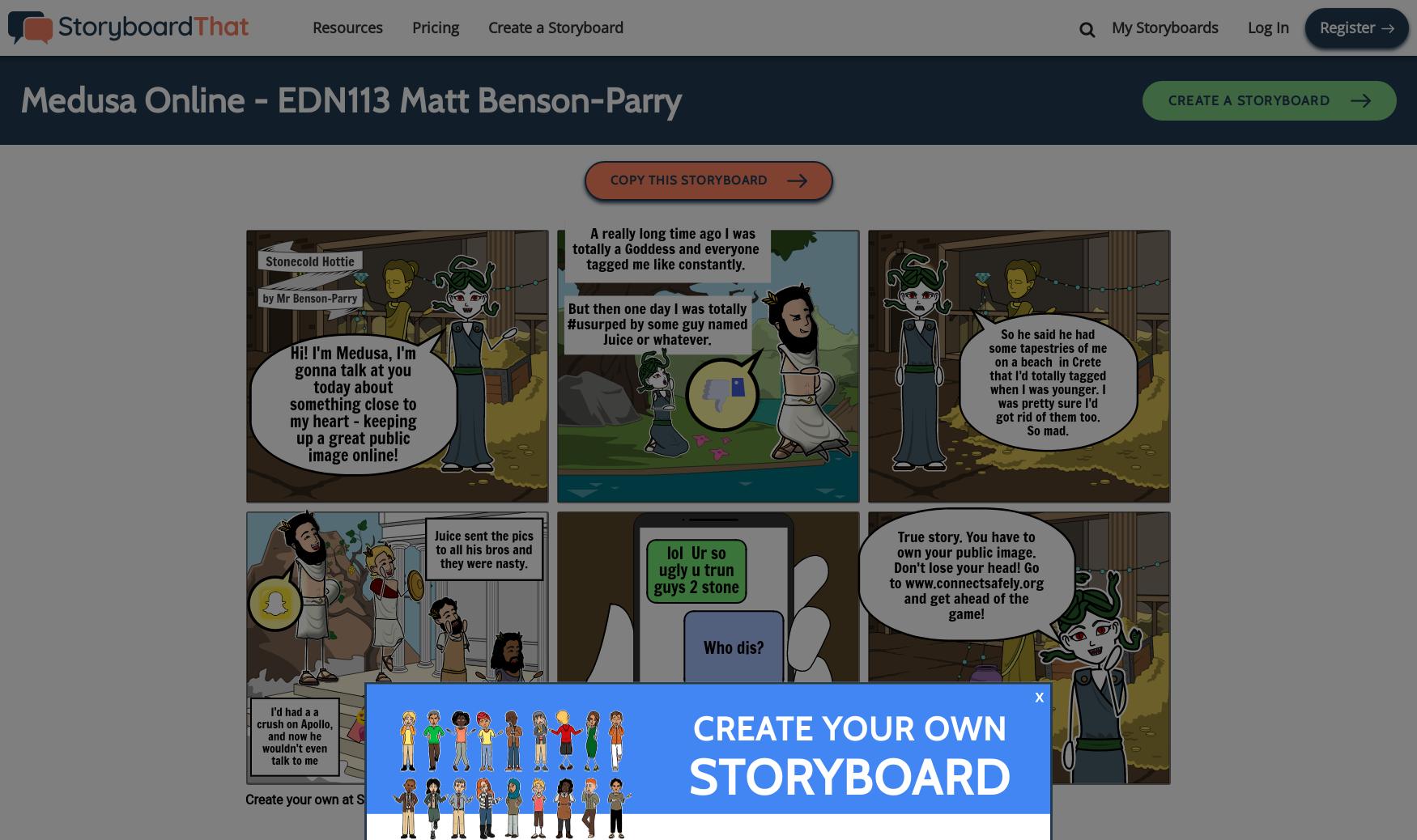  I want to click on 'Copy this Storyboard', so click(690, 179).